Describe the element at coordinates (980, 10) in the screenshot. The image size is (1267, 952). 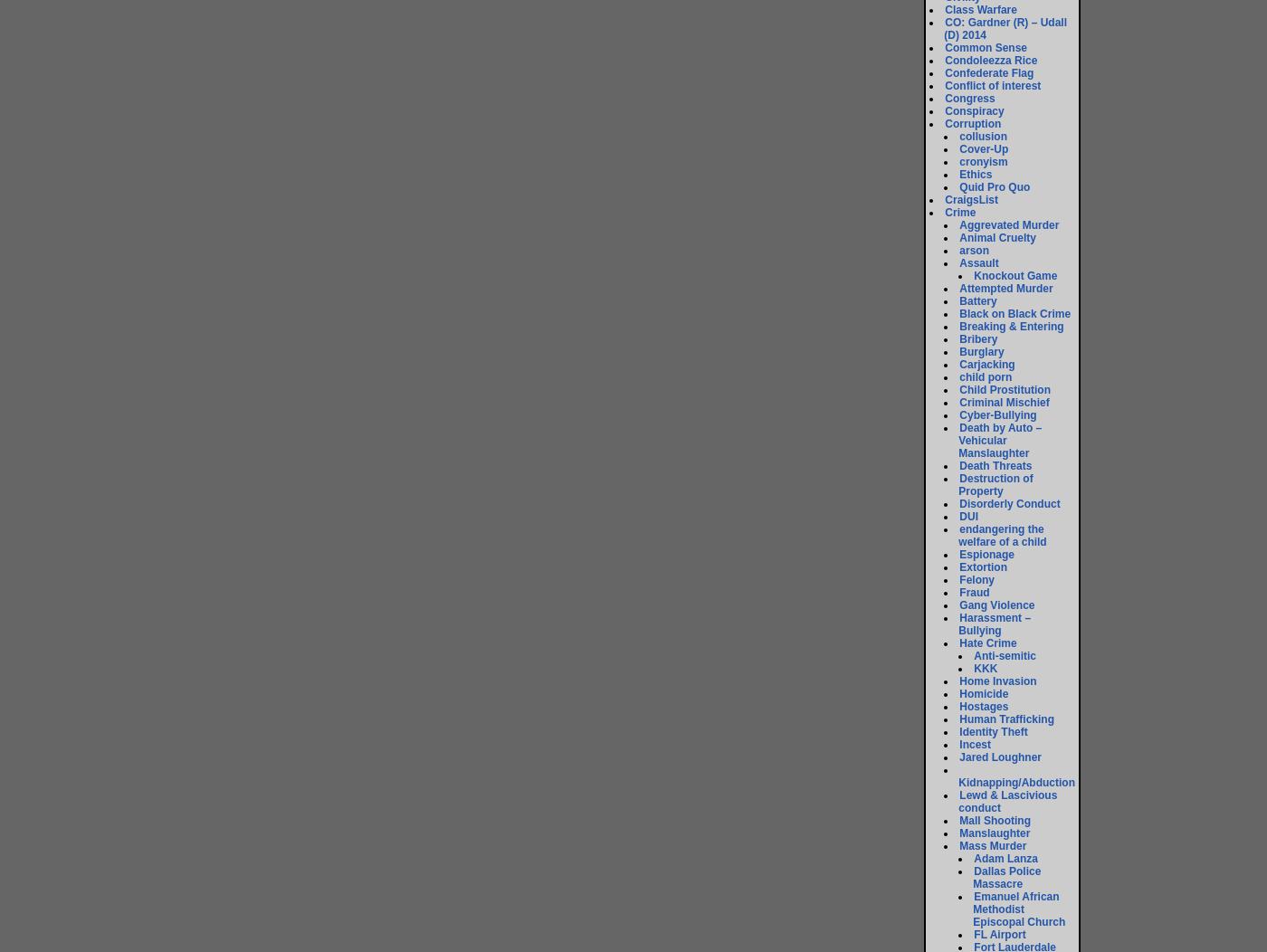
I see `'Class Warfare'` at that location.